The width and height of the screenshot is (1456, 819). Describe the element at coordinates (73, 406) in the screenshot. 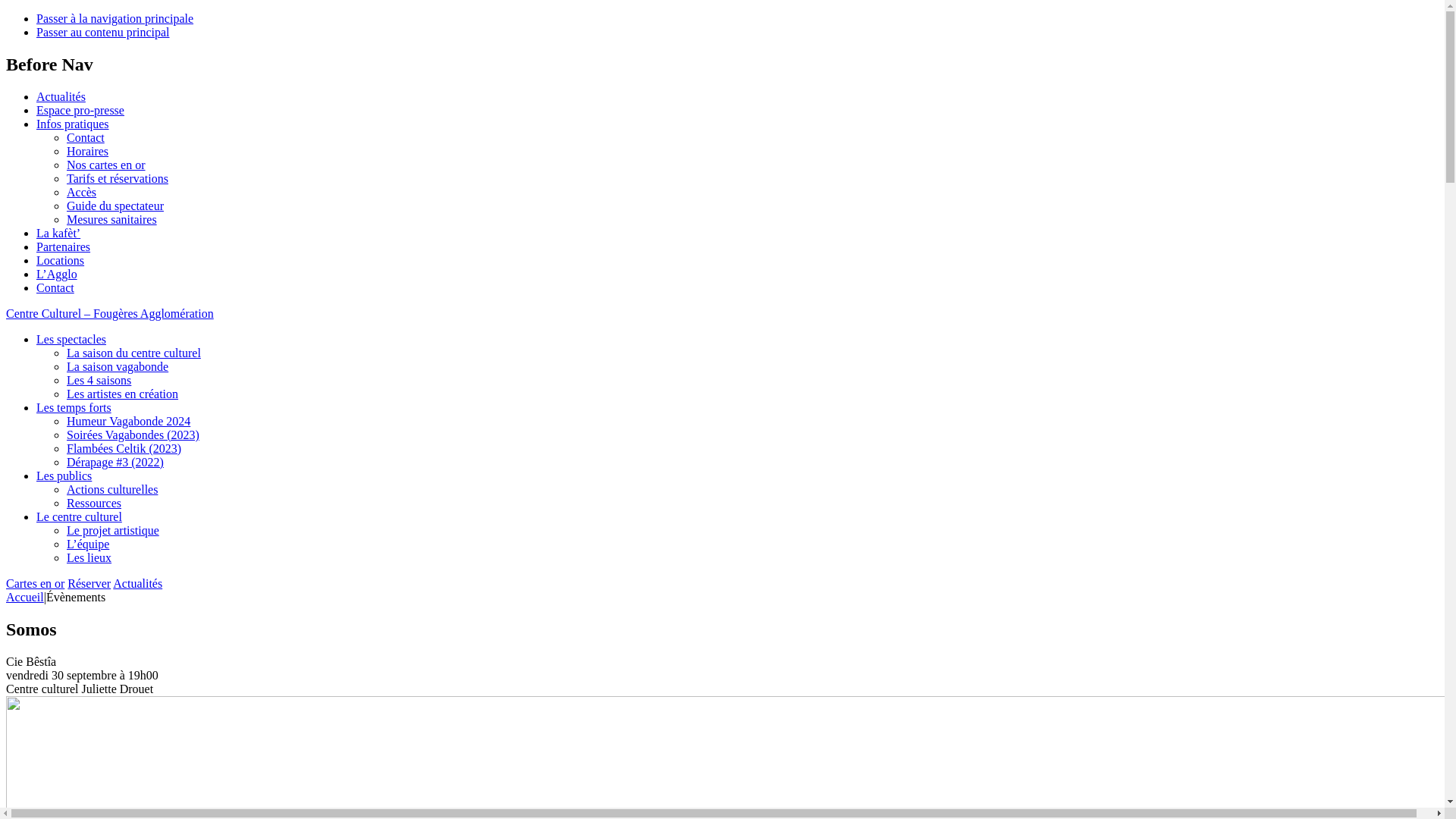

I see `'Les temps forts'` at that location.